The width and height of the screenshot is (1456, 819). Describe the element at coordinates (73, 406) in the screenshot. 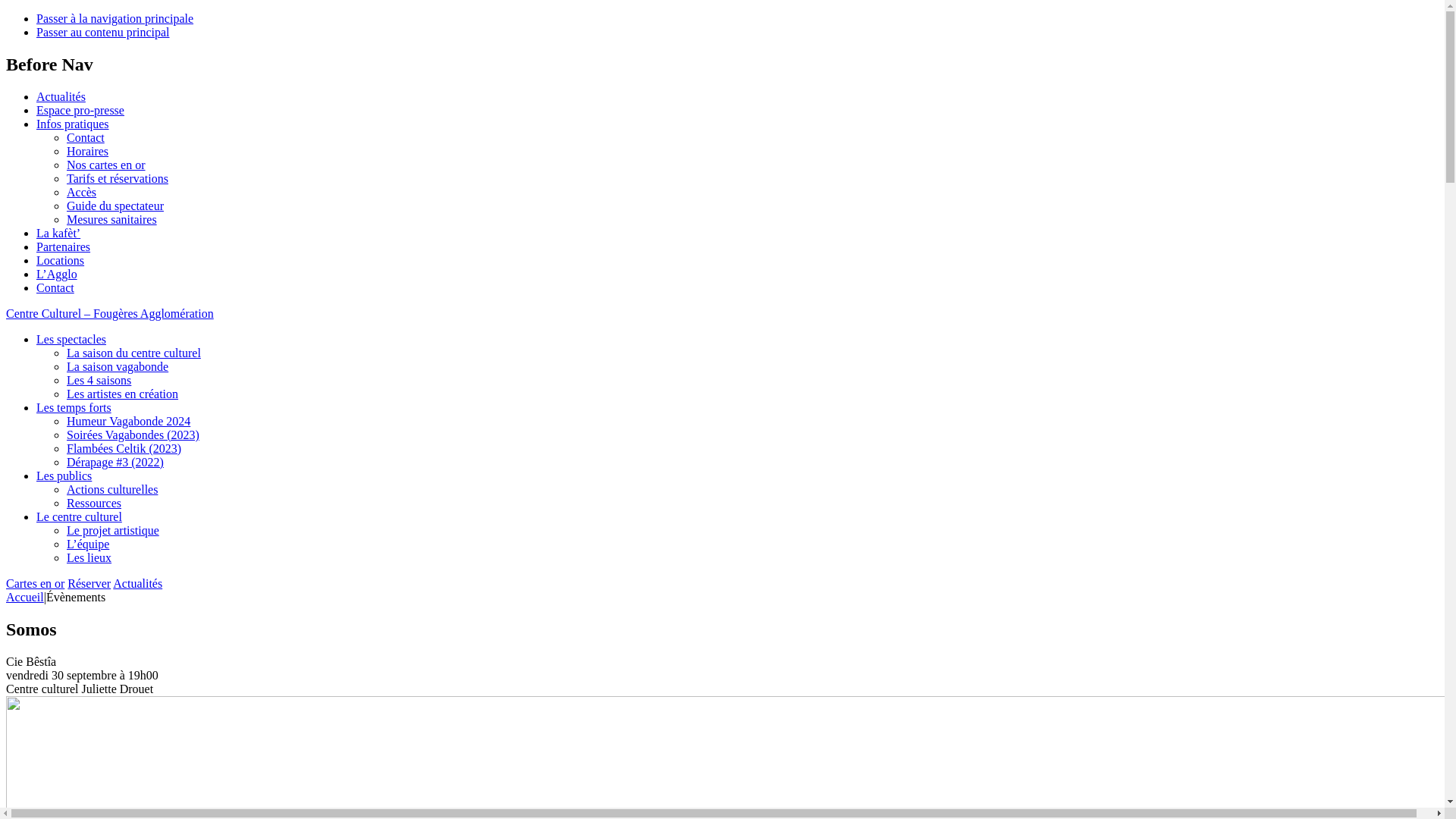

I see `'Les temps forts'` at that location.